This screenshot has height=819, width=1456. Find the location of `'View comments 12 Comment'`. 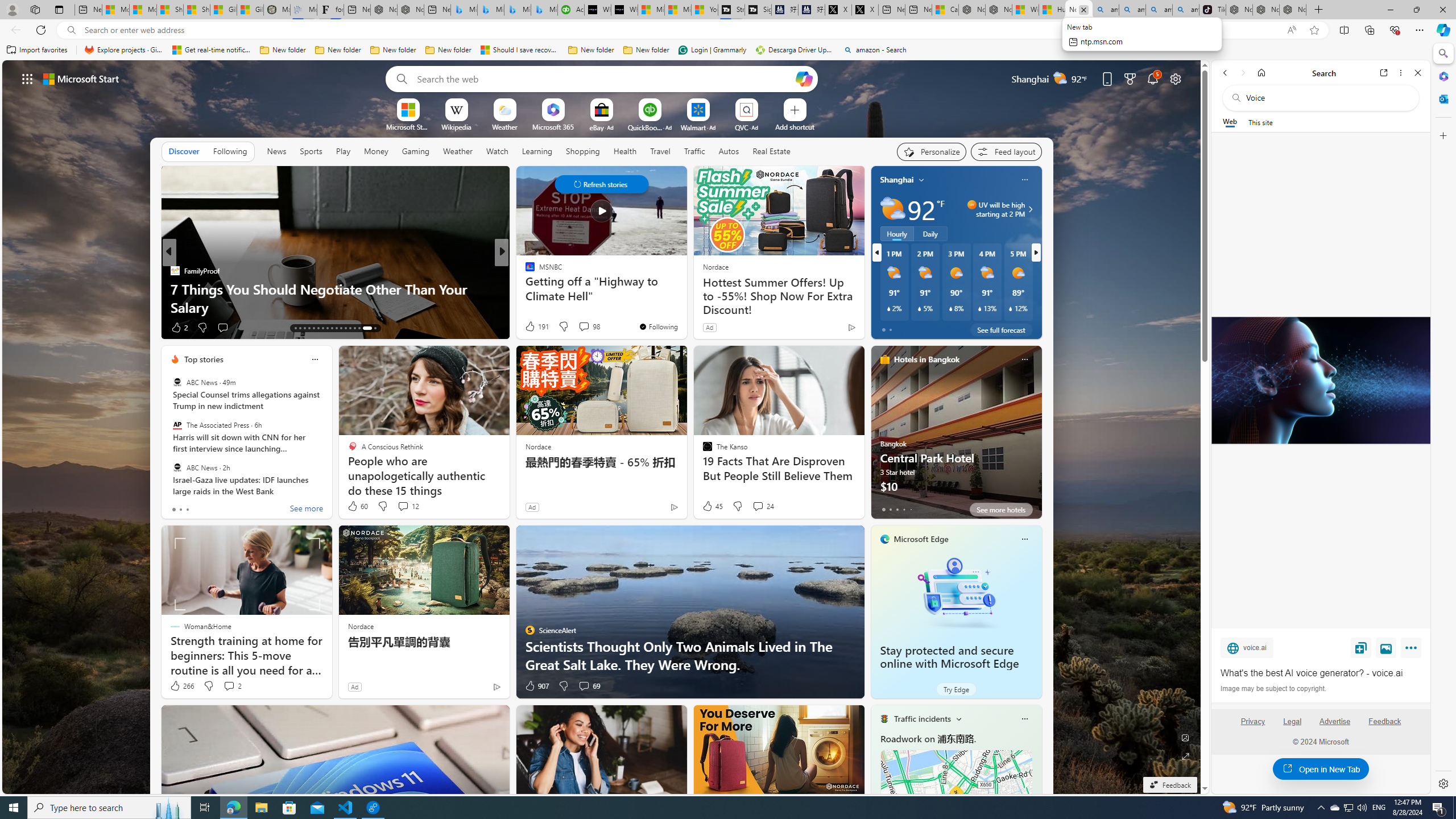

'View comments 12 Comment' is located at coordinates (403, 505).